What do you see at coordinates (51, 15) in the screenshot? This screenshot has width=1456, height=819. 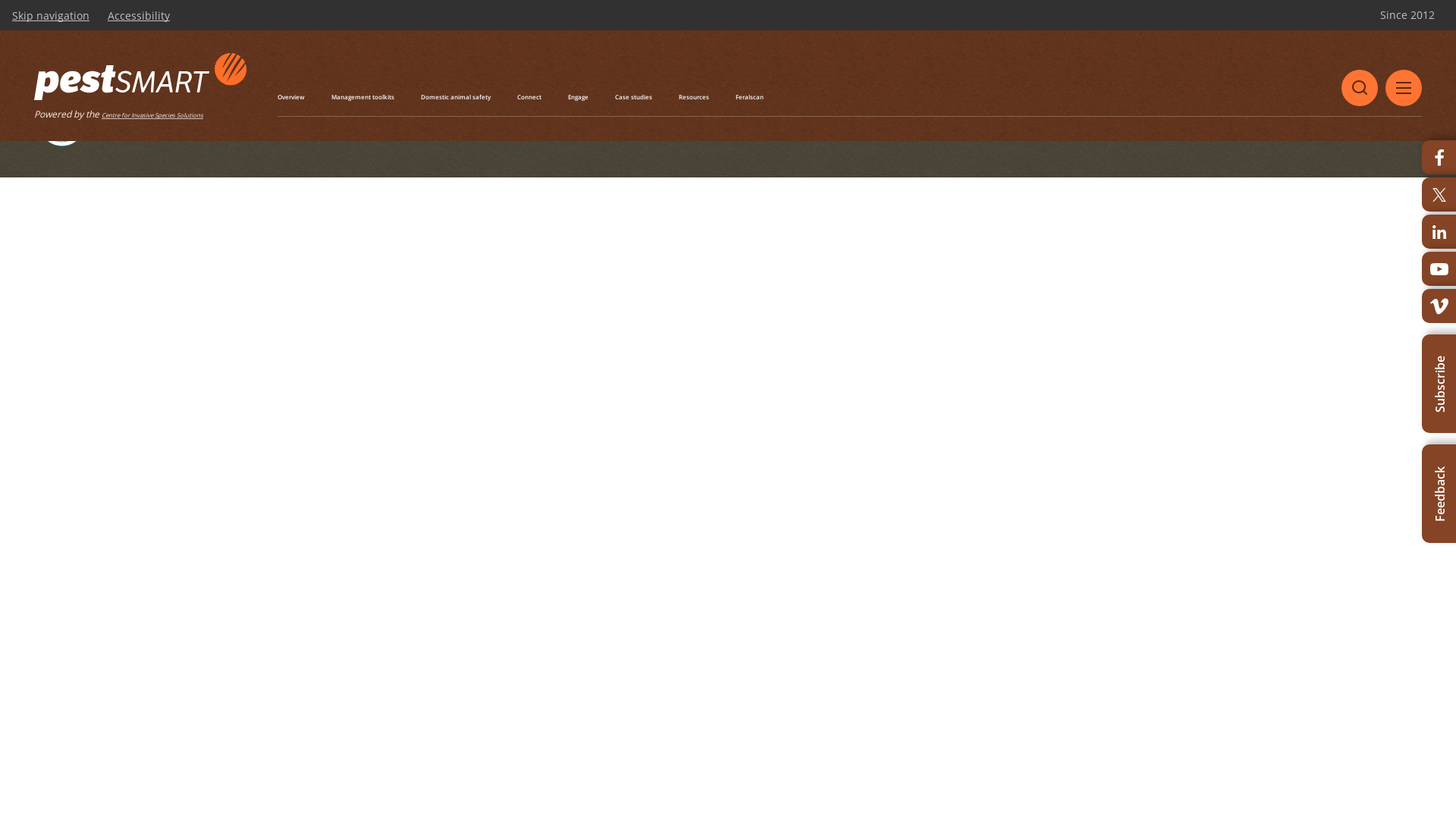 I see `'Skip navigation'` at bounding box center [51, 15].